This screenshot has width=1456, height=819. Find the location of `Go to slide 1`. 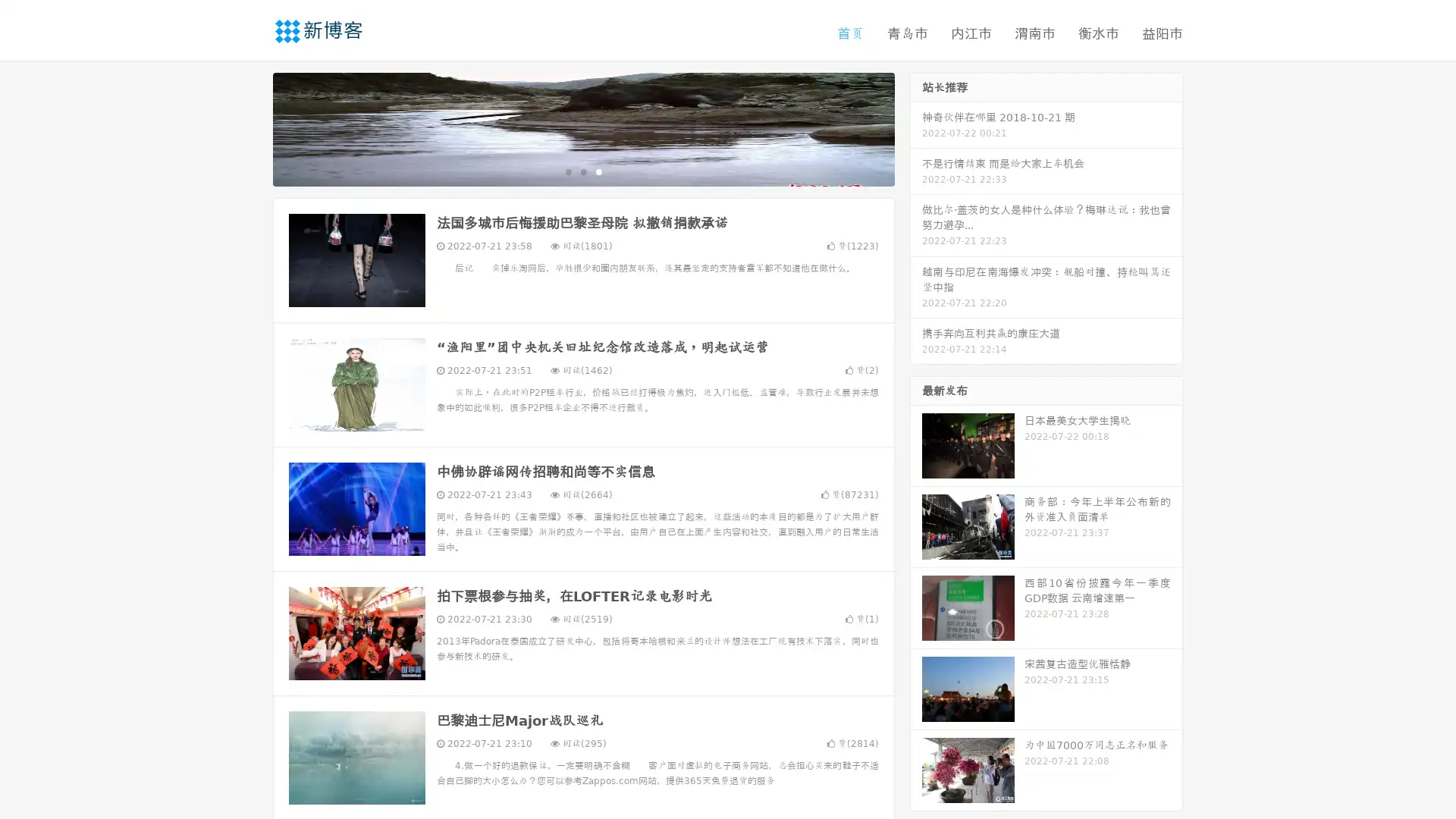

Go to slide 1 is located at coordinates (567, 171).